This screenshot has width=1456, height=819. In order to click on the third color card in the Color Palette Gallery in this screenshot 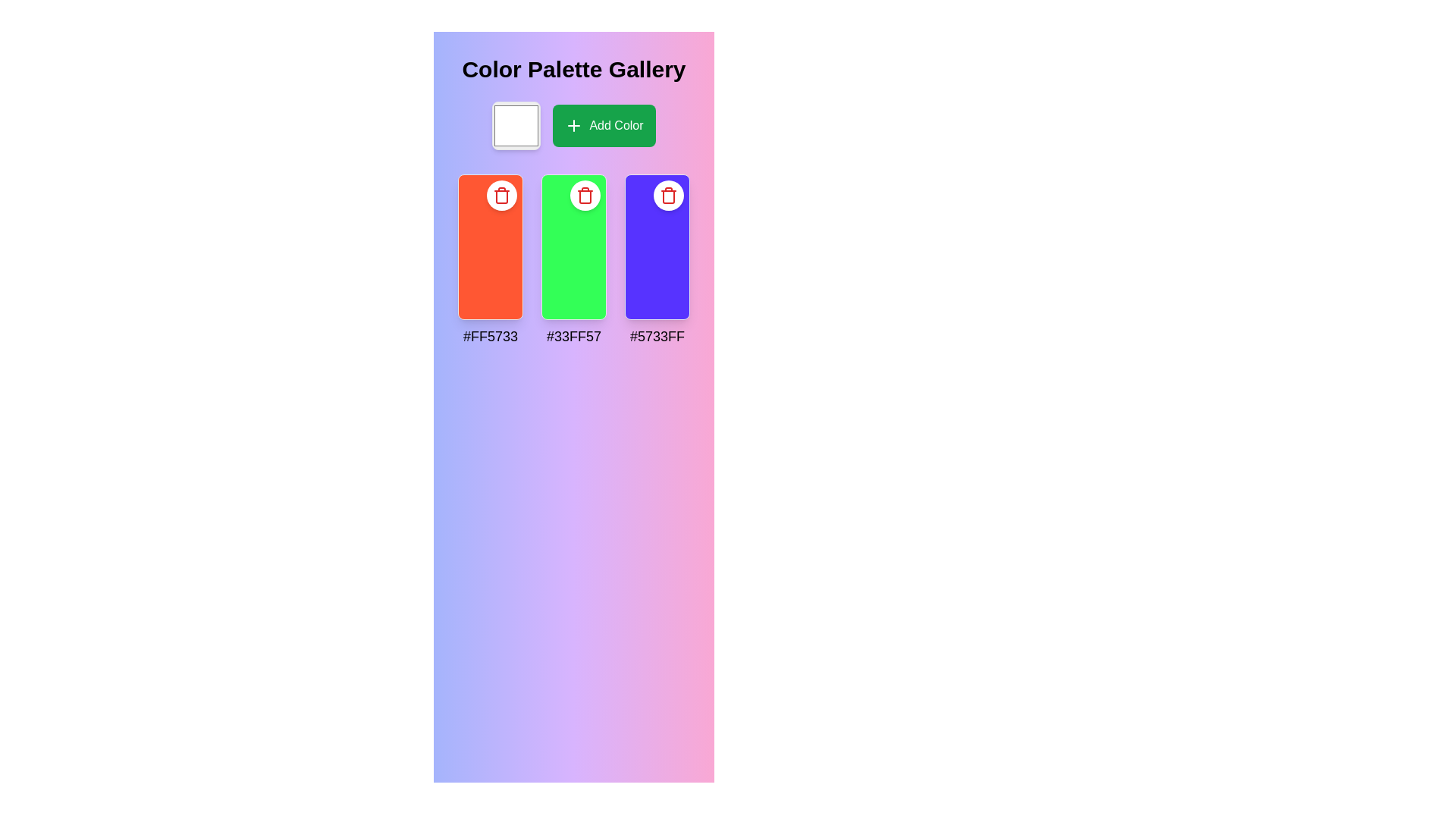, I will do `click(657, 246)`.